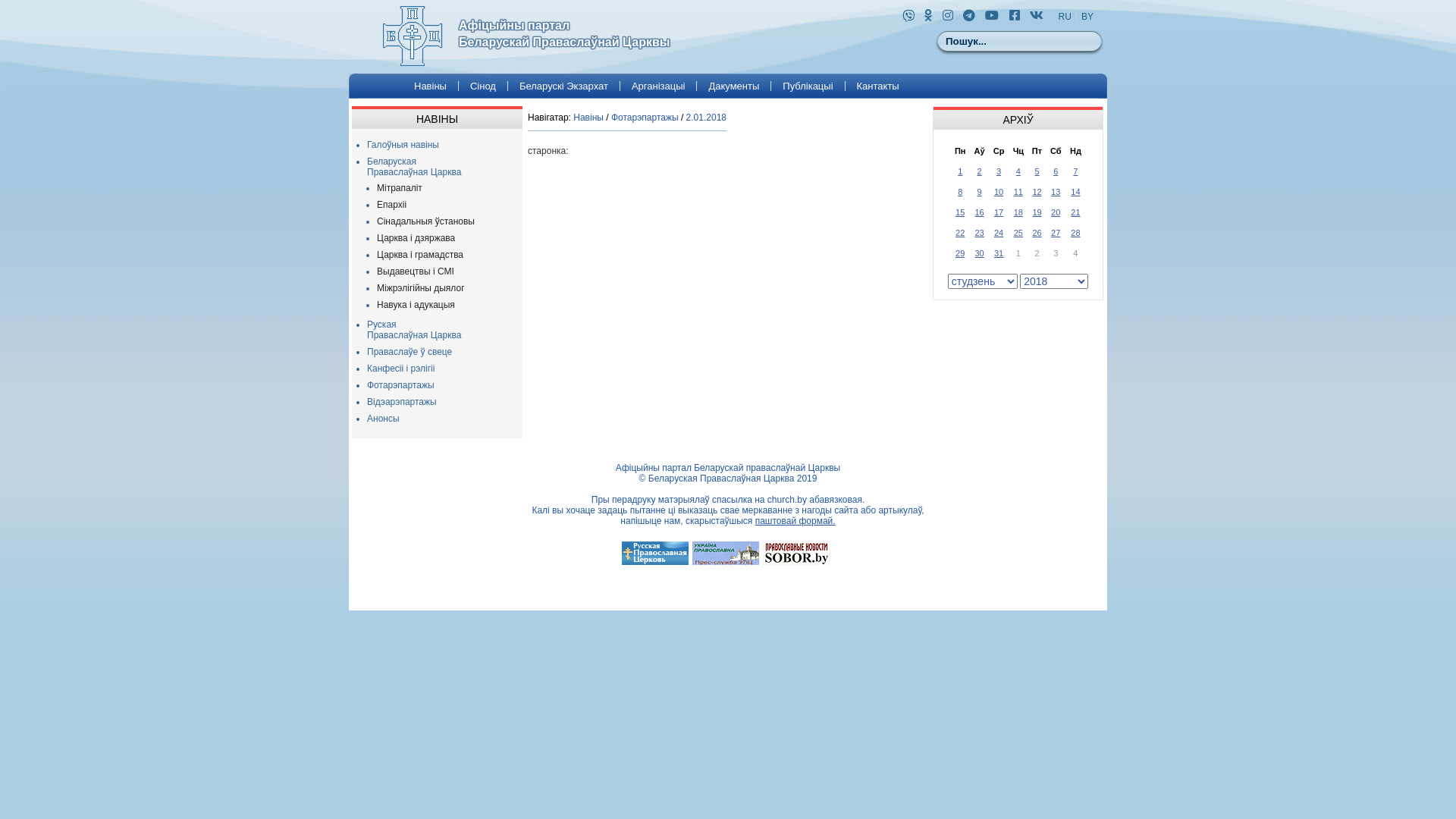  Describe the element at coordinates (998, 171) in the screenshot. I see `'3'` at that location.